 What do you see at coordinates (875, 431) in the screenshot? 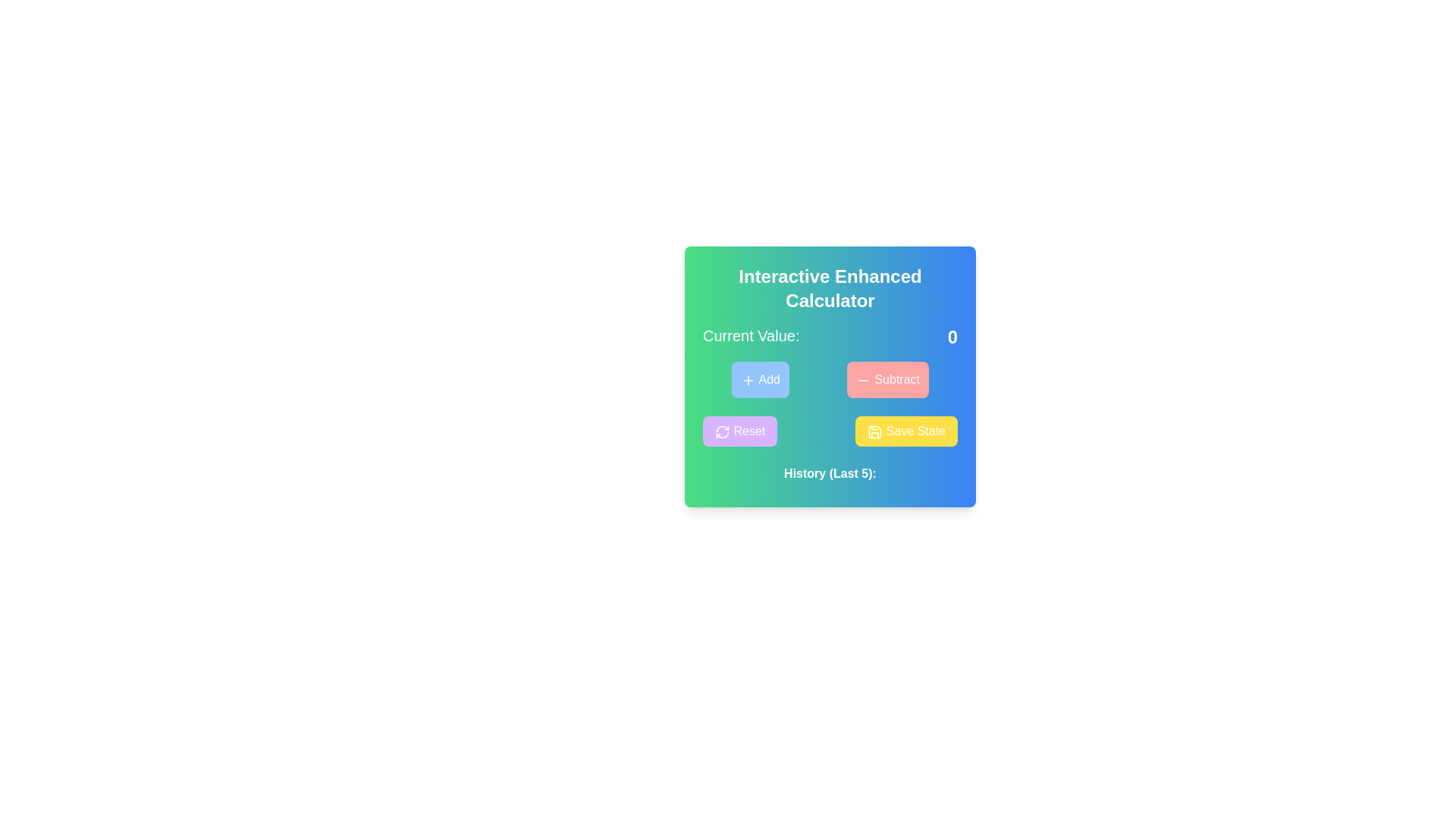
I see `the 'Save State' button which contains a yellow save icon on the left side for saving functionality` at bounding box center [875, 431].